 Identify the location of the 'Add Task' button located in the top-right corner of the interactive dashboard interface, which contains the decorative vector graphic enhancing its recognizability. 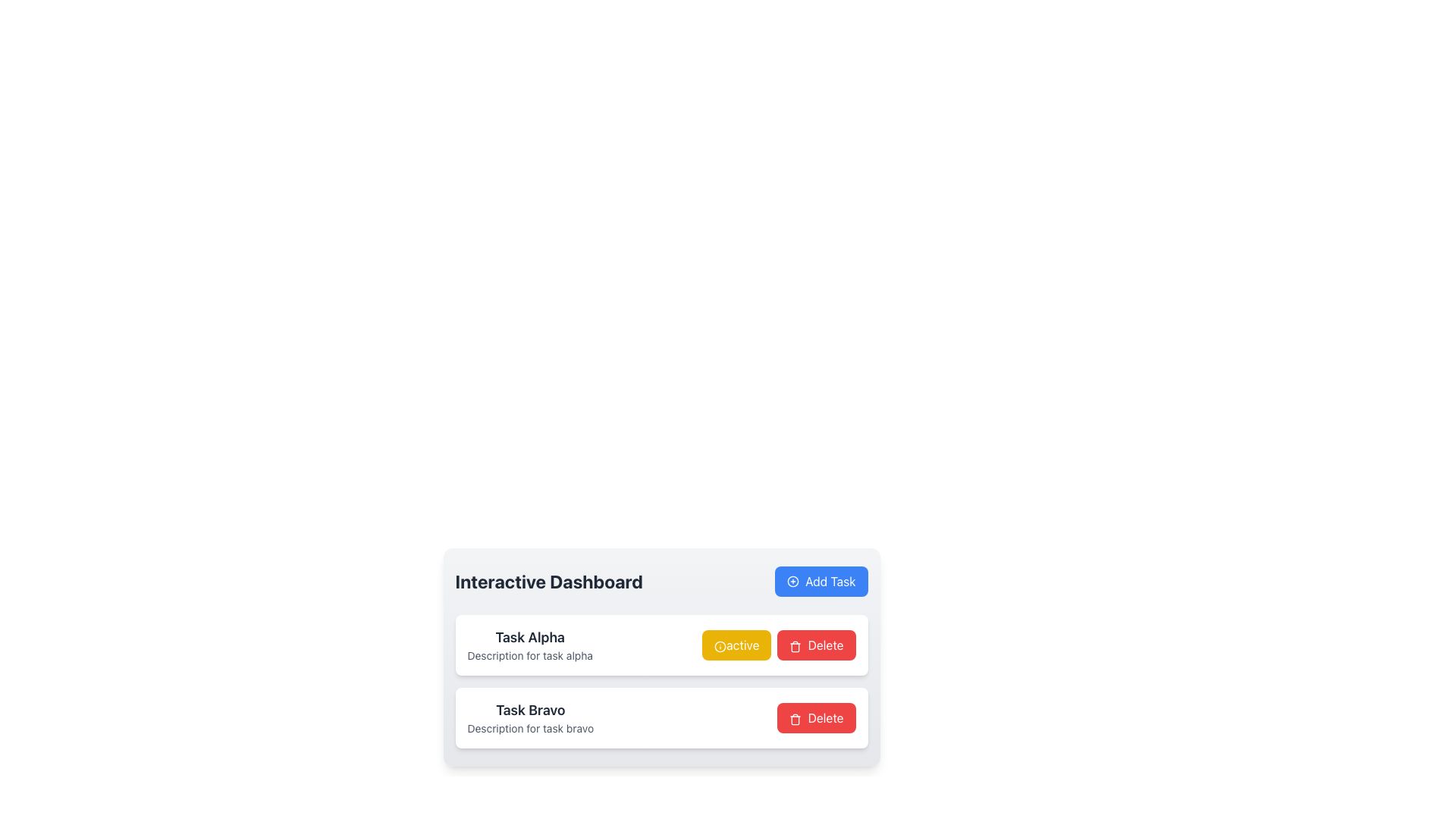
(792, 581).